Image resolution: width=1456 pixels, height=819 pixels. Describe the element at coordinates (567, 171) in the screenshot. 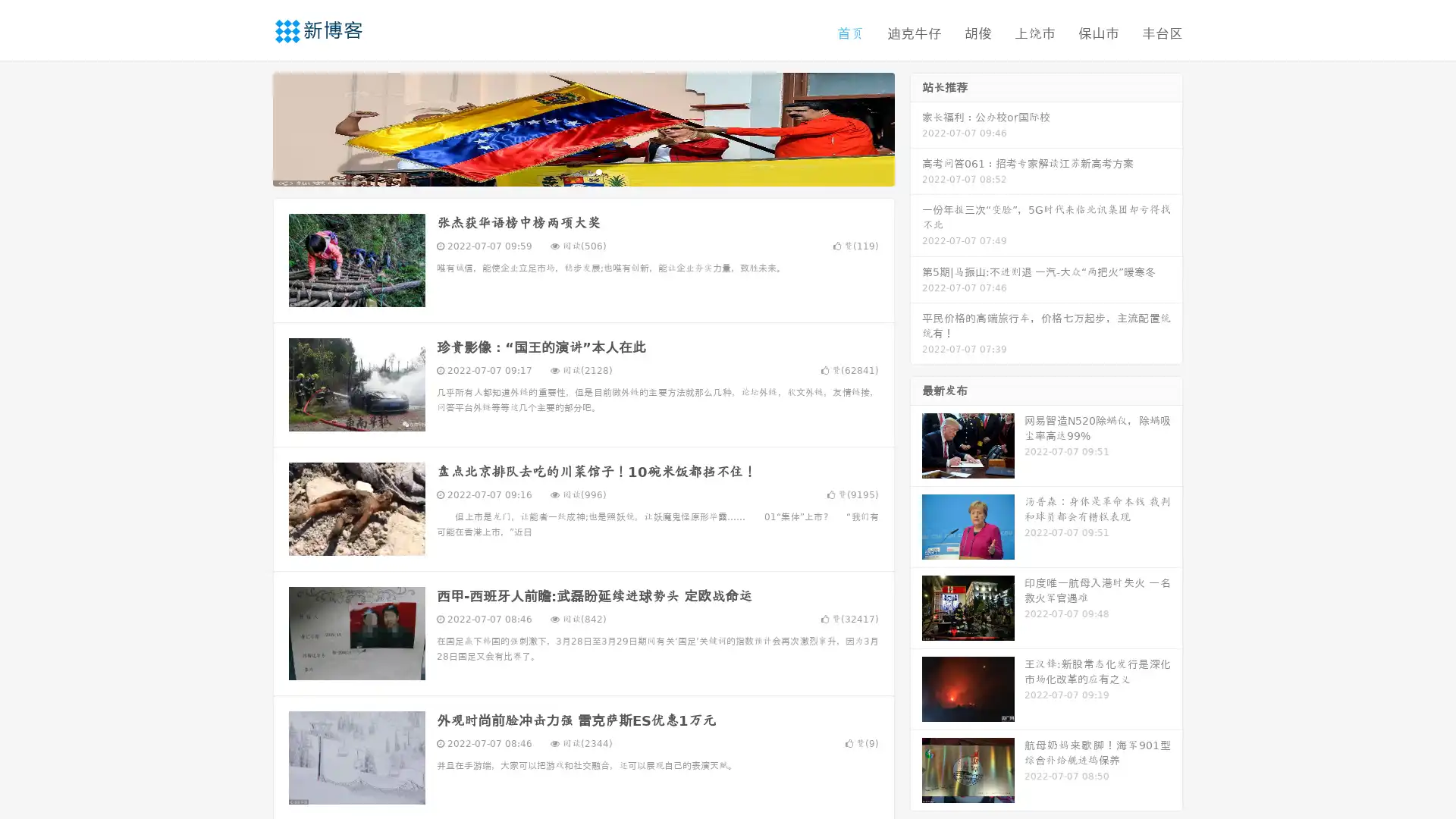

I see `Go to slide 1` at that location.